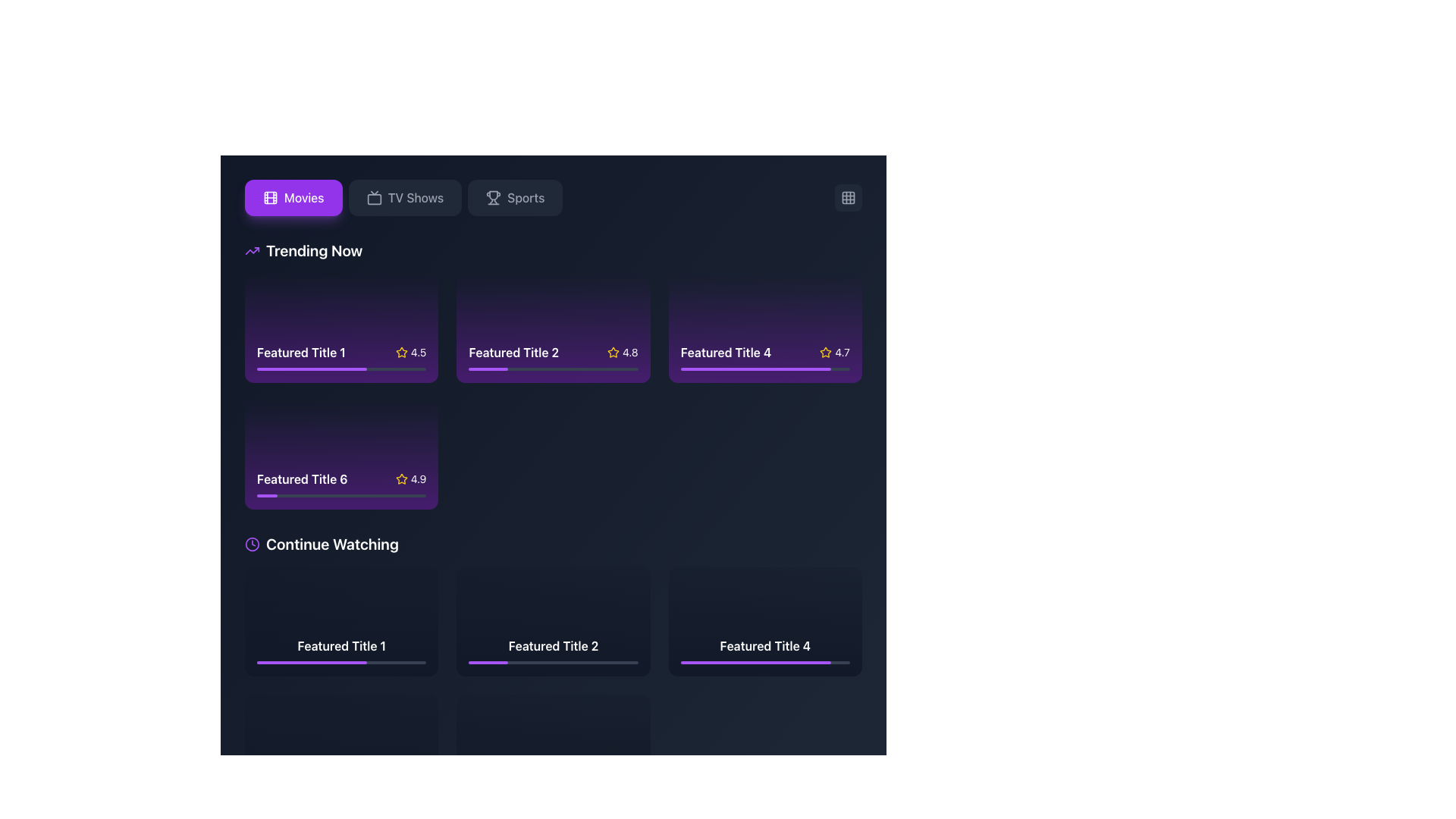  What do you see at coordinates (340, 661) in the screenshot?
I see `the progress bar located beneath the 'Featured Title 1' label in the 'Continue Watching' section, which has a dark background and a purple filled section occupying approximately 65% of the bar` at bounding box center [340, 661].